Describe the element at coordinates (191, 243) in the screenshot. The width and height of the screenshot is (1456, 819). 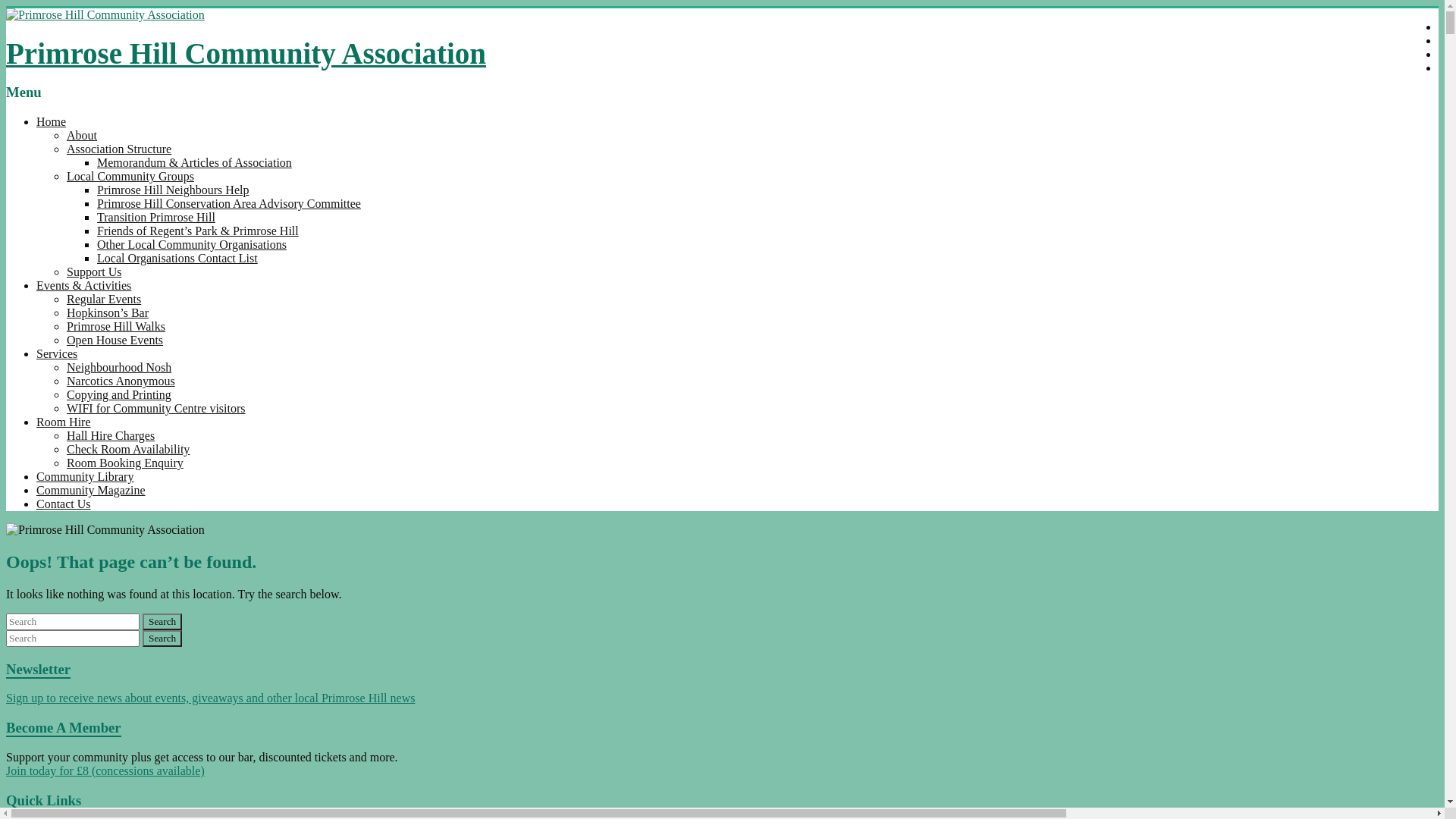
I see `'Other Local Community Organisations'` at that location.